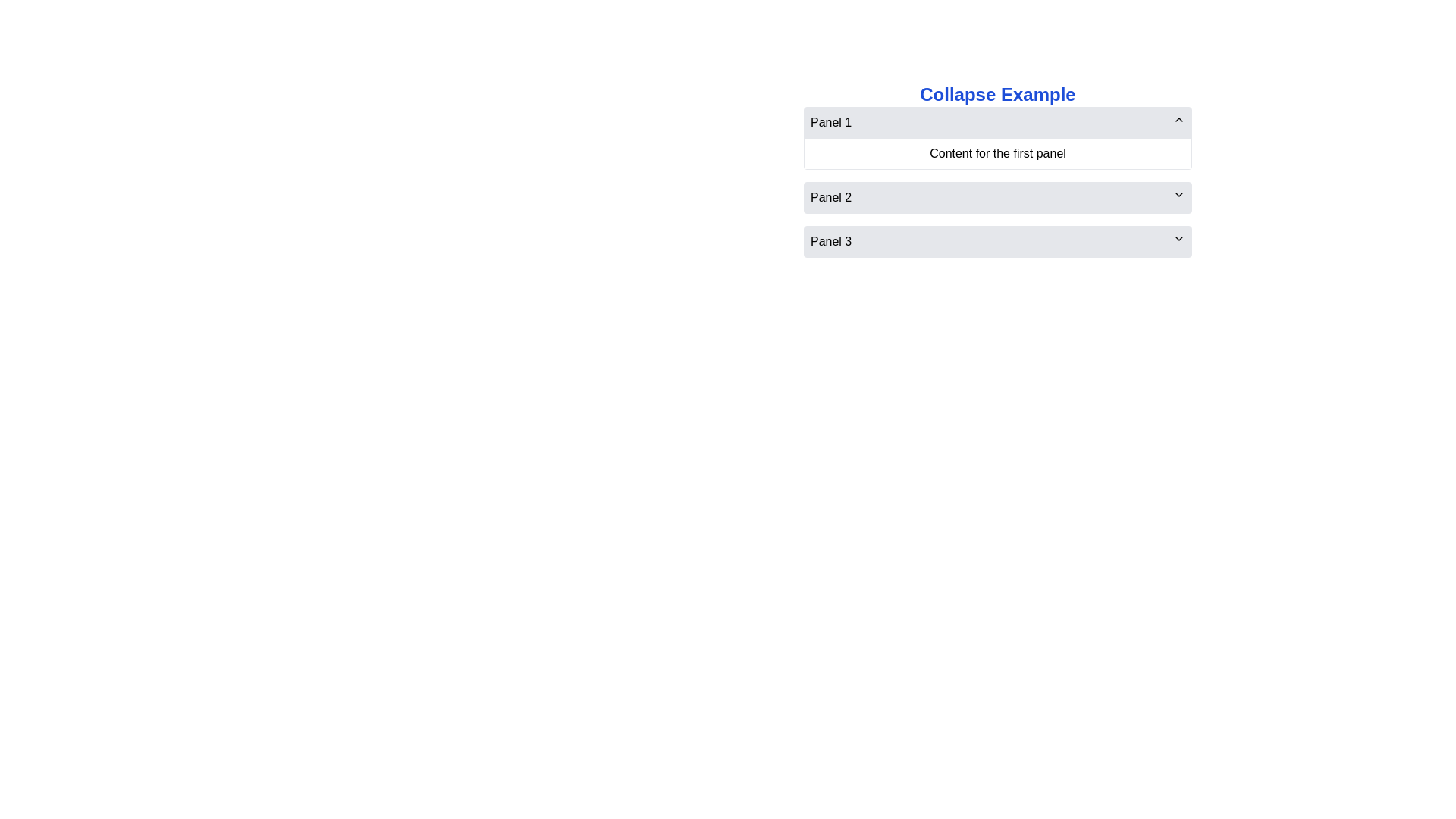  I want to click on the Icon (Chevron Down) located on the right-hand side of 'Panel 3' to toggle the visibility of the associated panel's details, if keyboard navigation is supported, so click(1178, 239).